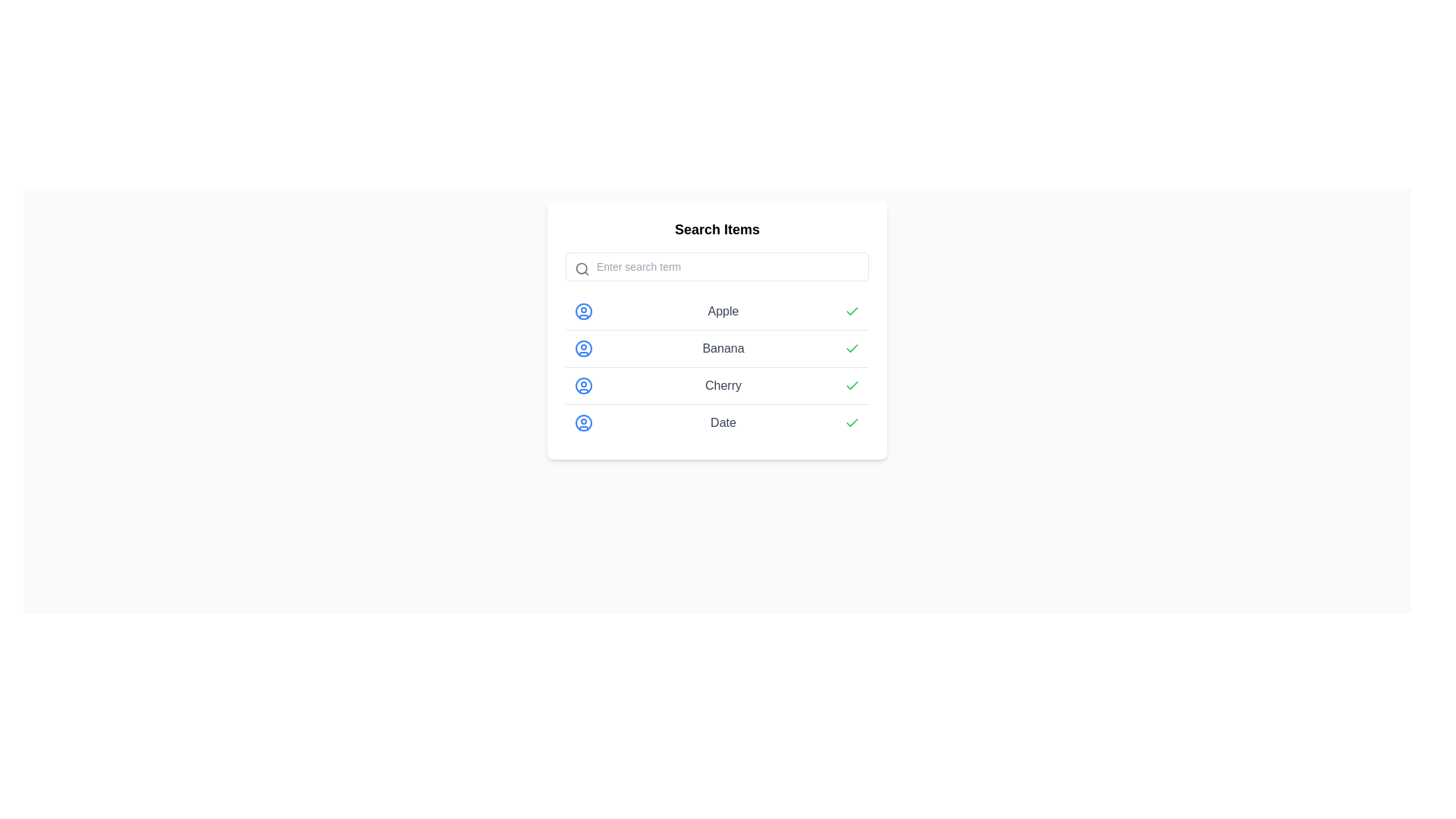 The height and width of the screenshot is (819, 1456). What do you see at coordinates (716, 329) in the screenshot?
I see `the selectable list item for 'Banana'` at bounding box center [716, 329].